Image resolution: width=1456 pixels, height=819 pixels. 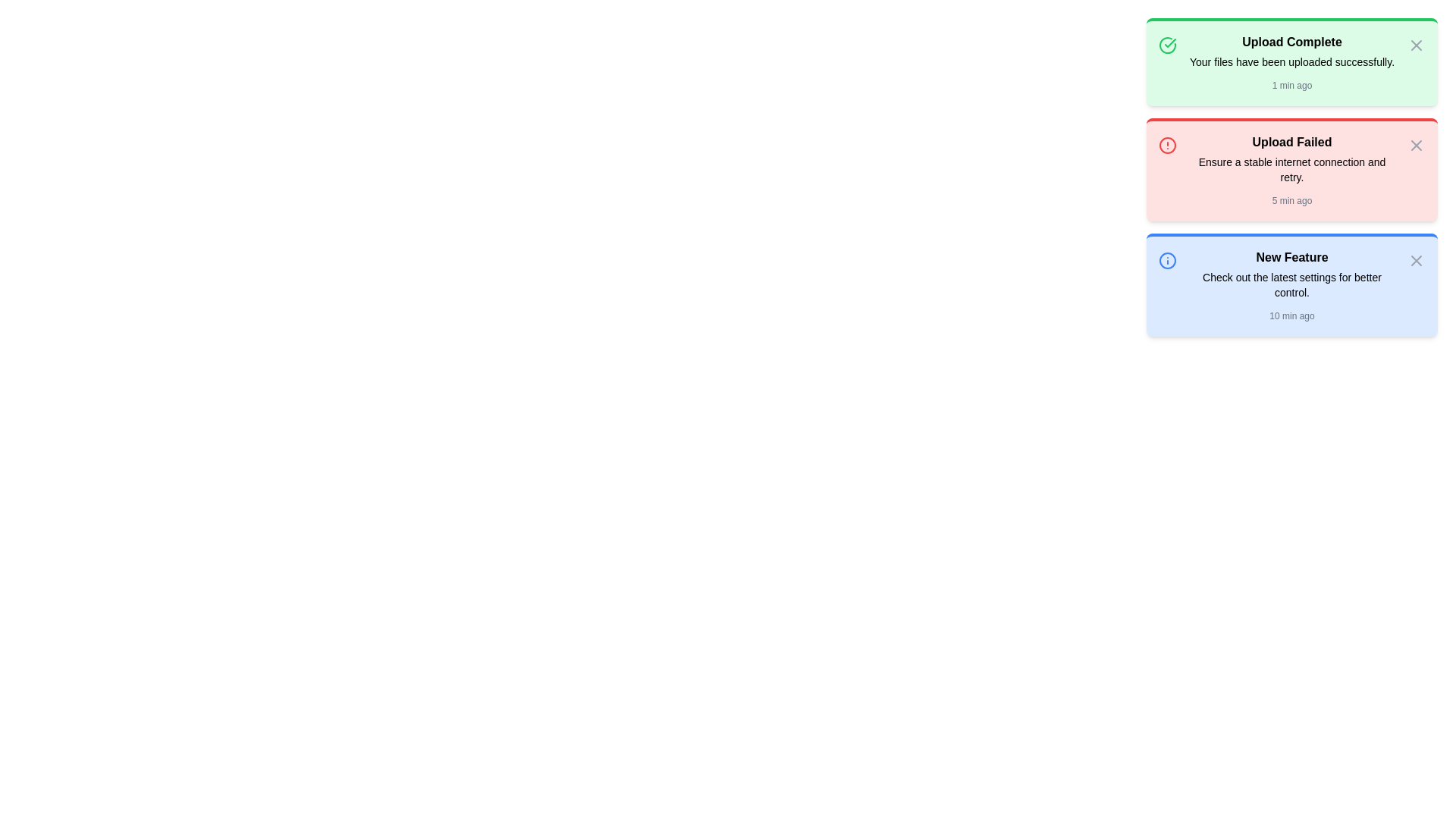 What do you see at coordinates (1167, 45) in the screenshot?
I see `the status indicator icon located at the top-left corner of the green-highlighted notification card titled 'Upload Complete'` at bounding box center [1167, 45].